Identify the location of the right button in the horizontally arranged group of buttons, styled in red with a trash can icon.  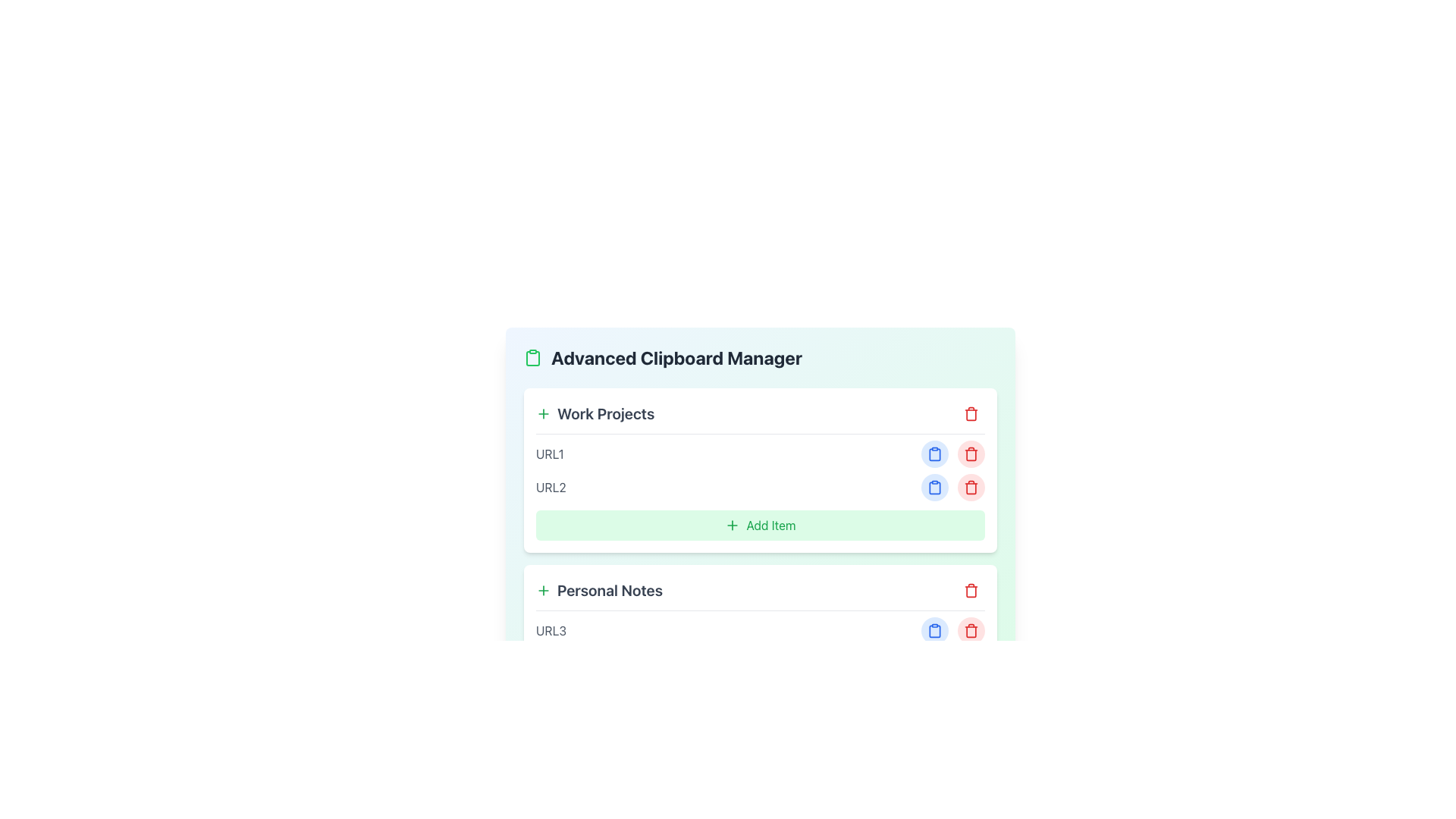
(952, 488).